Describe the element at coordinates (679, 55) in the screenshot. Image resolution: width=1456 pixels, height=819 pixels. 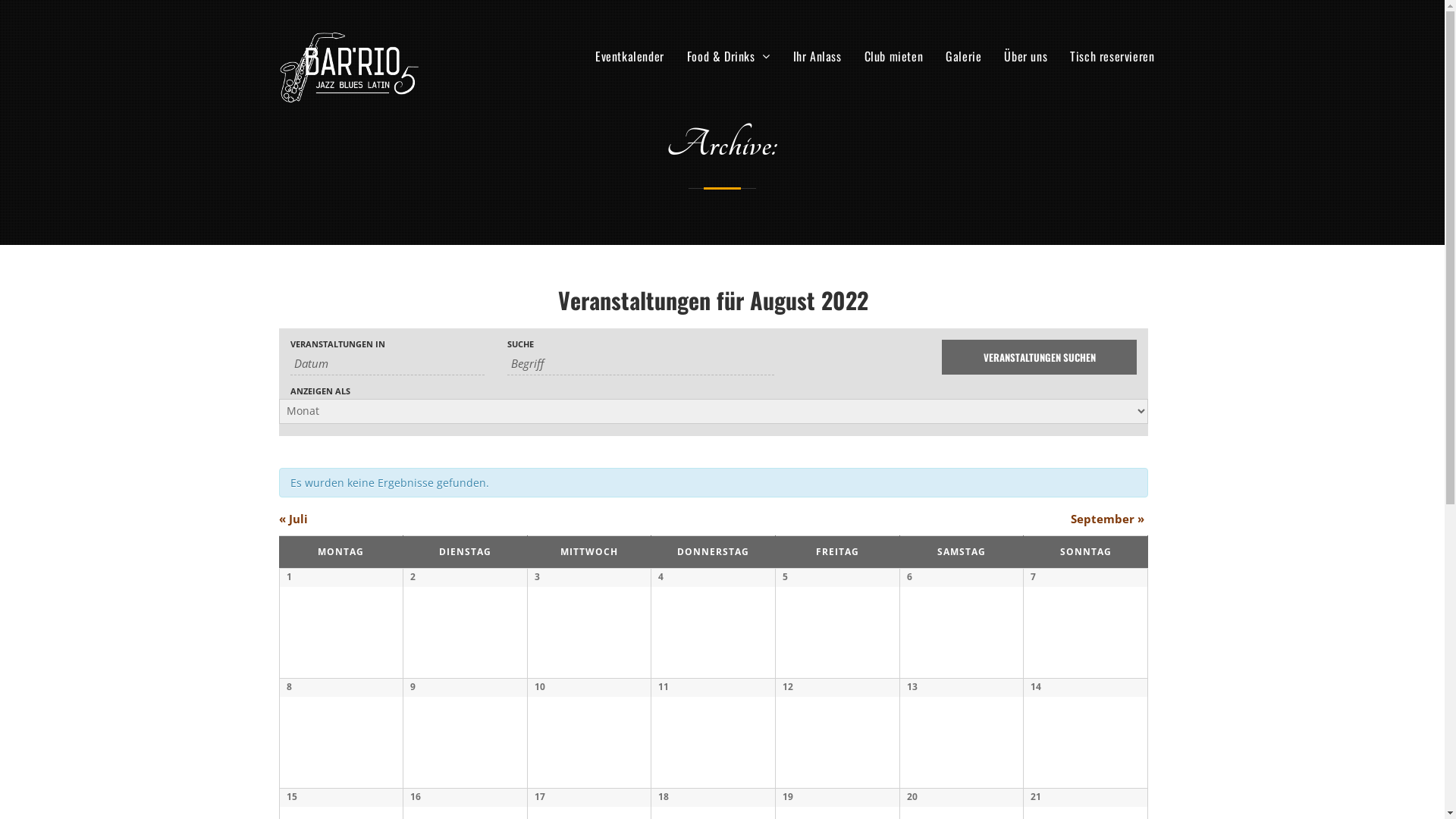
I see `'Food & Drinks'` at that location.